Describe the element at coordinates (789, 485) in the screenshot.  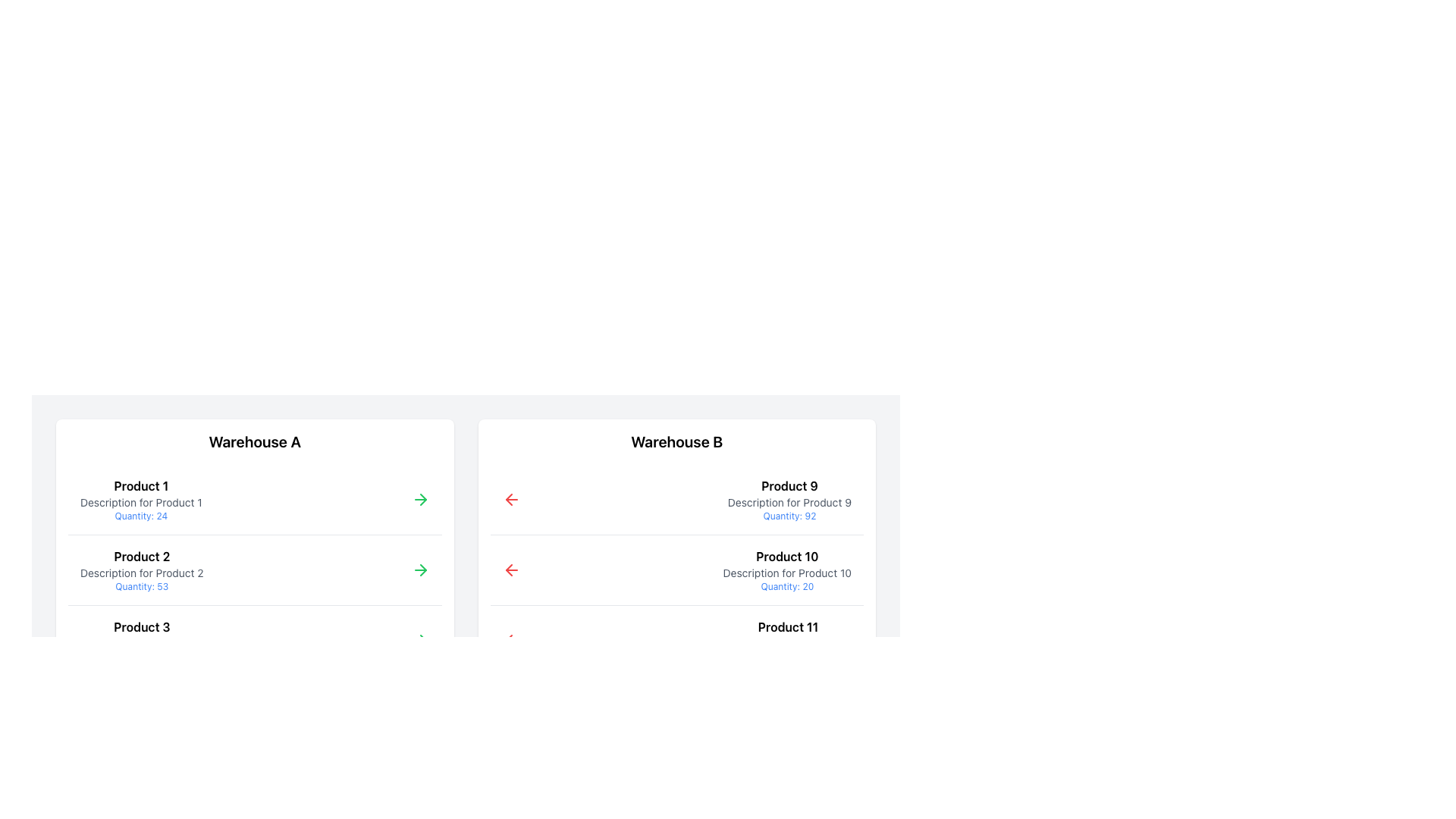
I see `the Text Label indicating the product name in the top-right section of the 'Warehouse B' column` at that location.